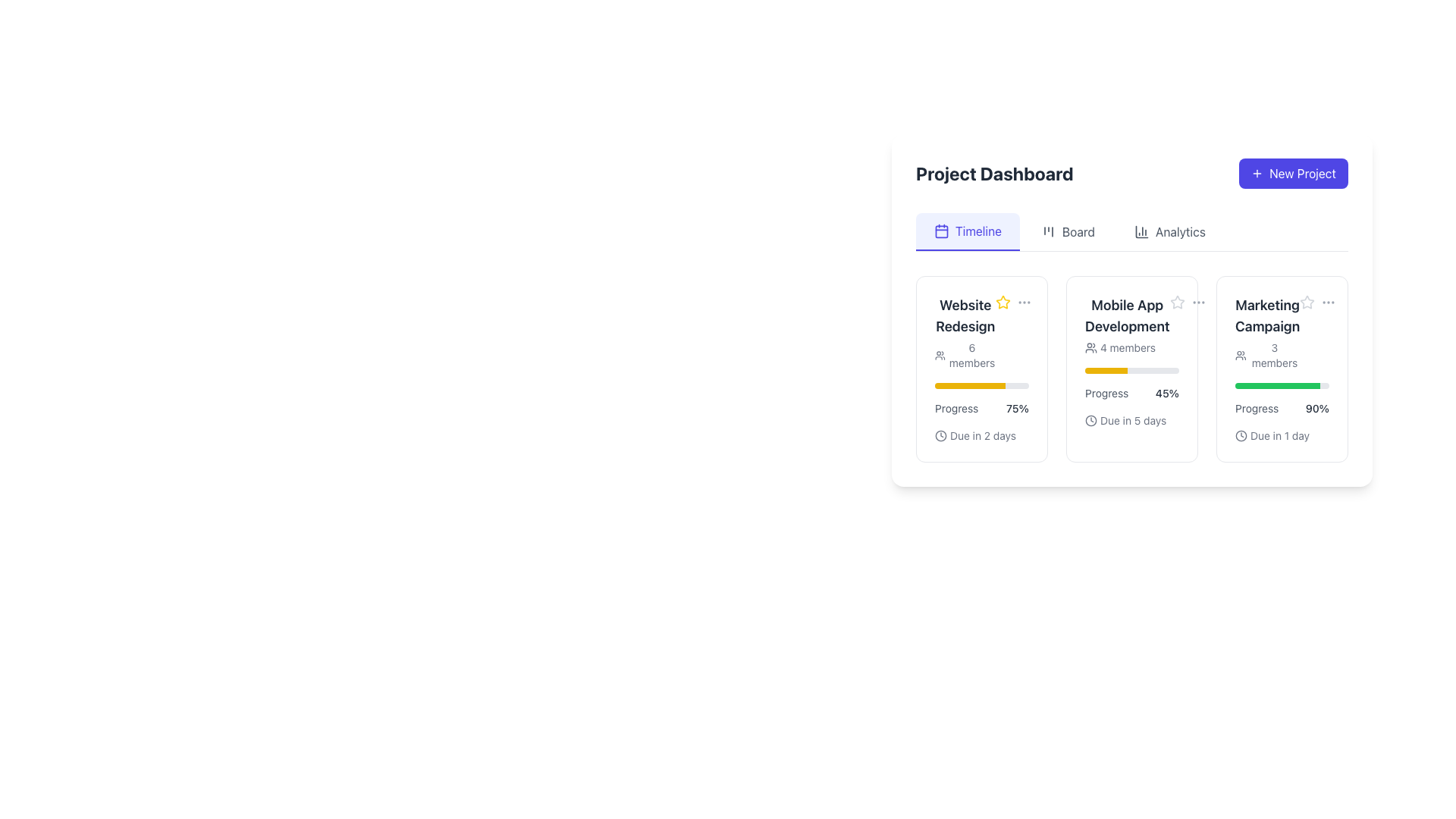  Describe the element at coordinates (1106, 393) in the screenshot. I see `the 'Progress' text label styled in gray, located within the 'Mobile App Development' card of the Project Dashboard, aligned with the '45%' label` at that location.